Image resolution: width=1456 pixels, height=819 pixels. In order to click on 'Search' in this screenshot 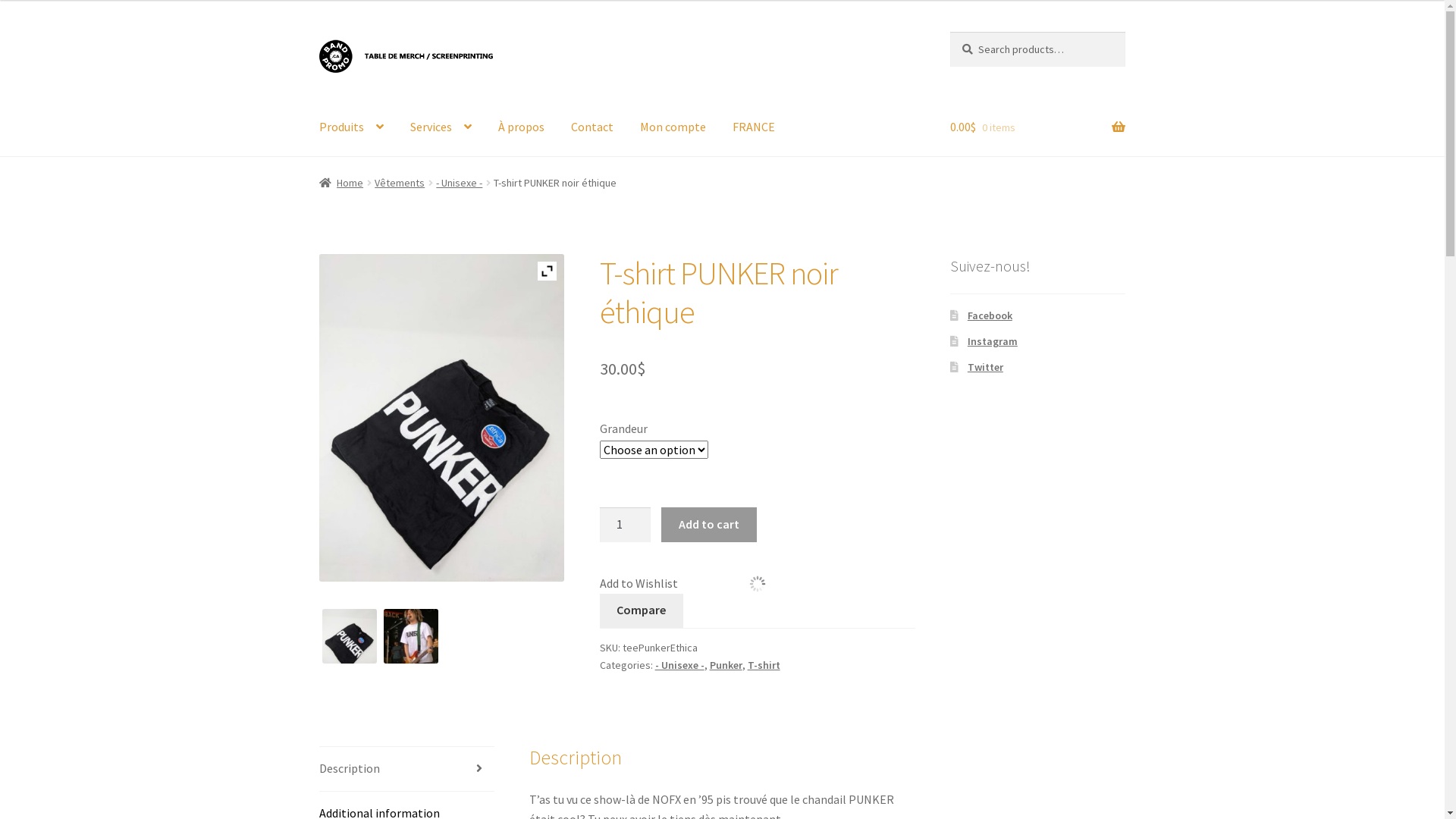, I will do `click(949, 31)`.